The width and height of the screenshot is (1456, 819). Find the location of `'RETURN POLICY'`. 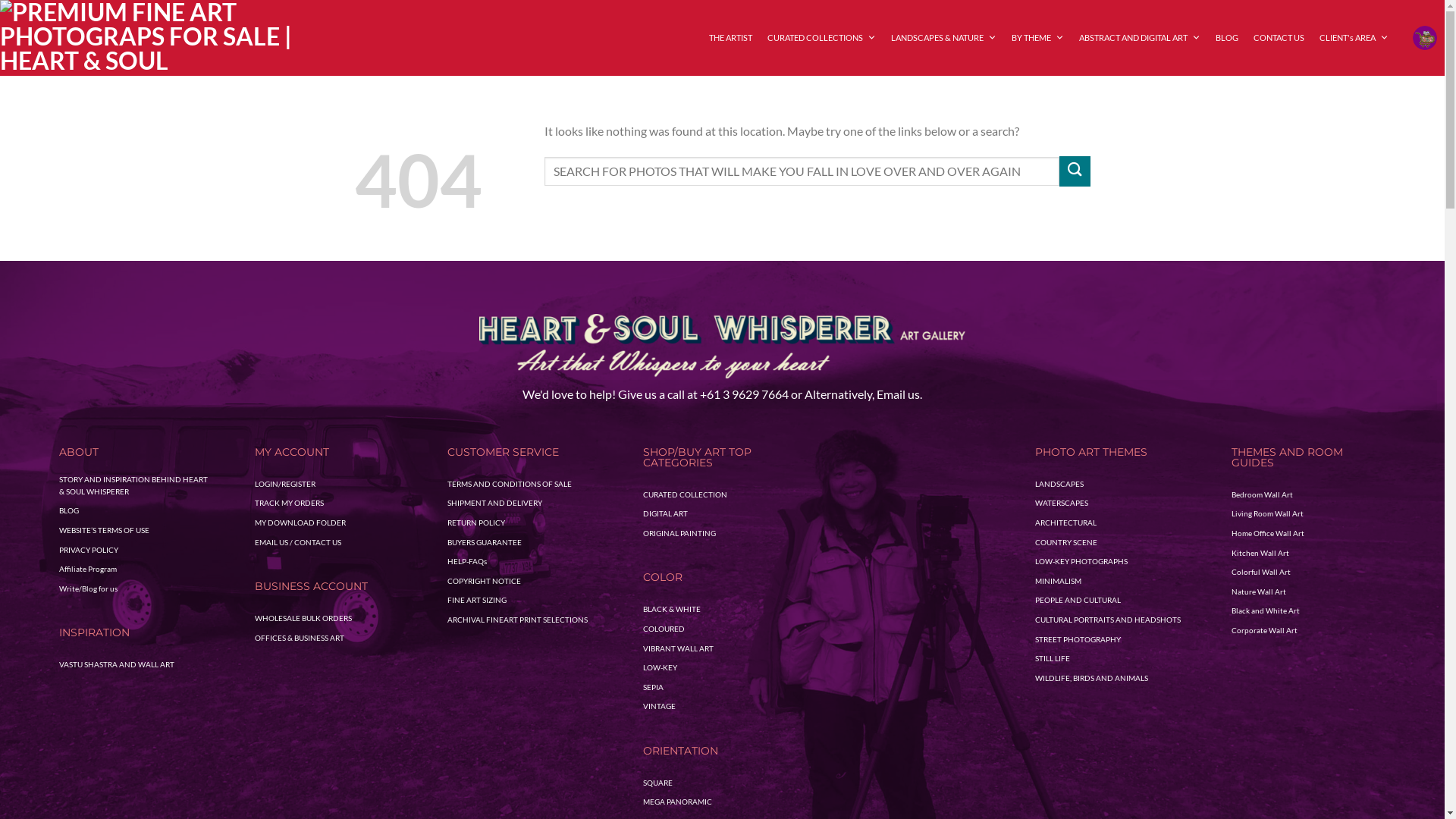

'RETURN POLICY' is located at coordinates (447, 522).